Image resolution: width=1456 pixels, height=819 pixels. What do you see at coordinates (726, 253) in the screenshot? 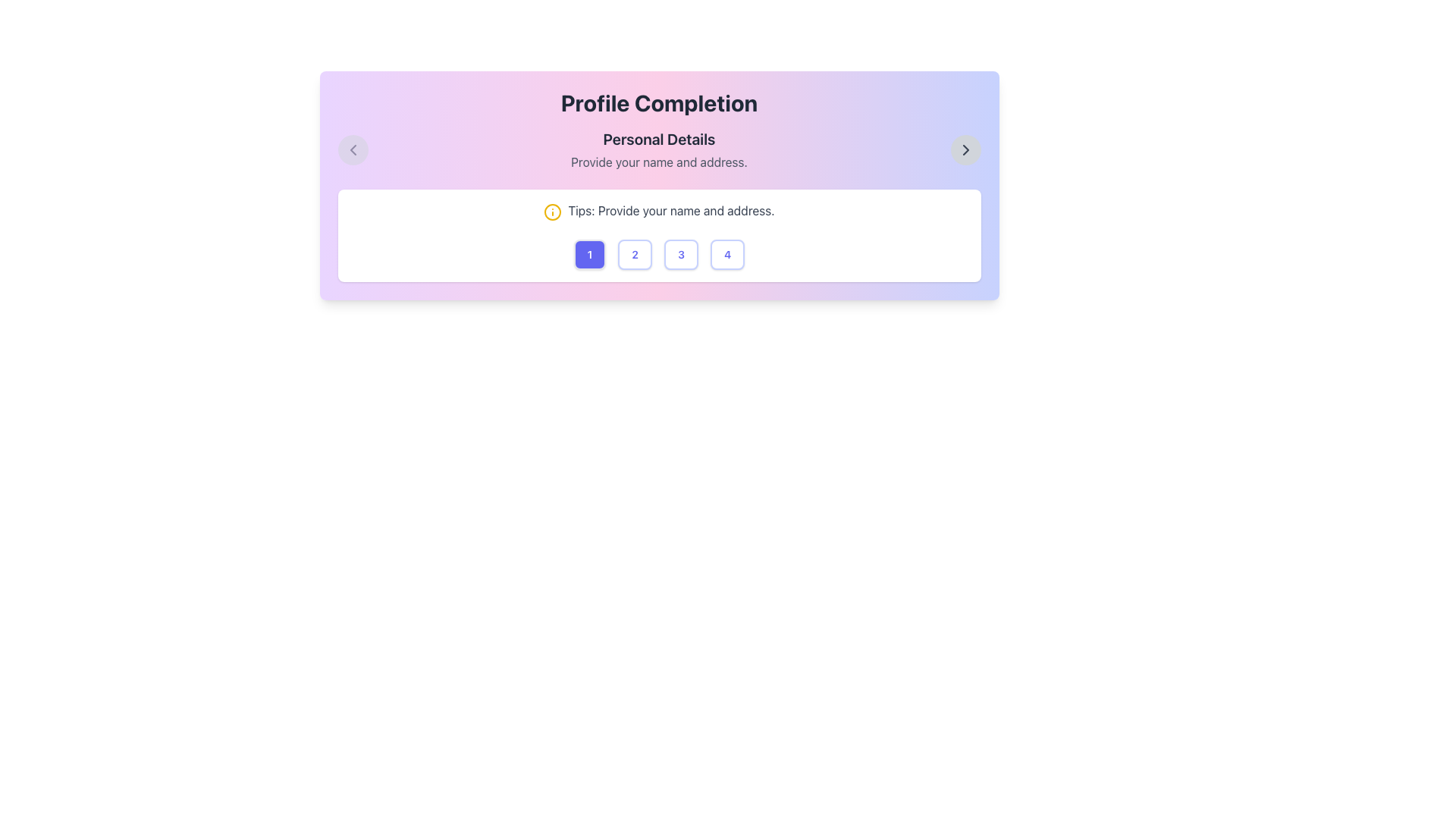
I see `the rounded rectangular button displaying the number '4' with a white background and indigo border` at bounding box center [726, 253].